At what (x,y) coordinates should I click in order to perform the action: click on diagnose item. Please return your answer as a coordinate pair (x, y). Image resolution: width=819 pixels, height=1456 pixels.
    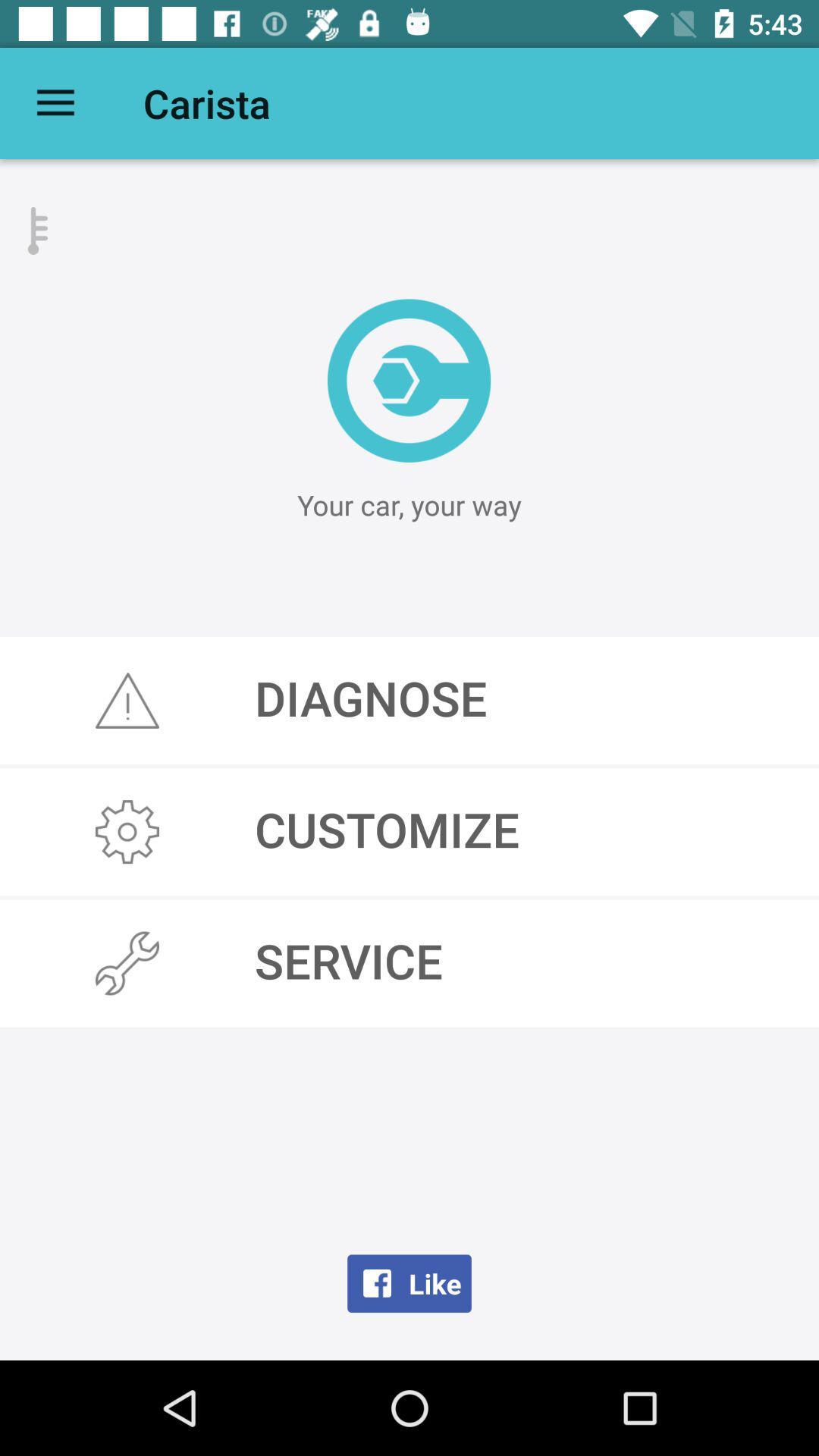
    Looking at the image, I should click on (409, 699).